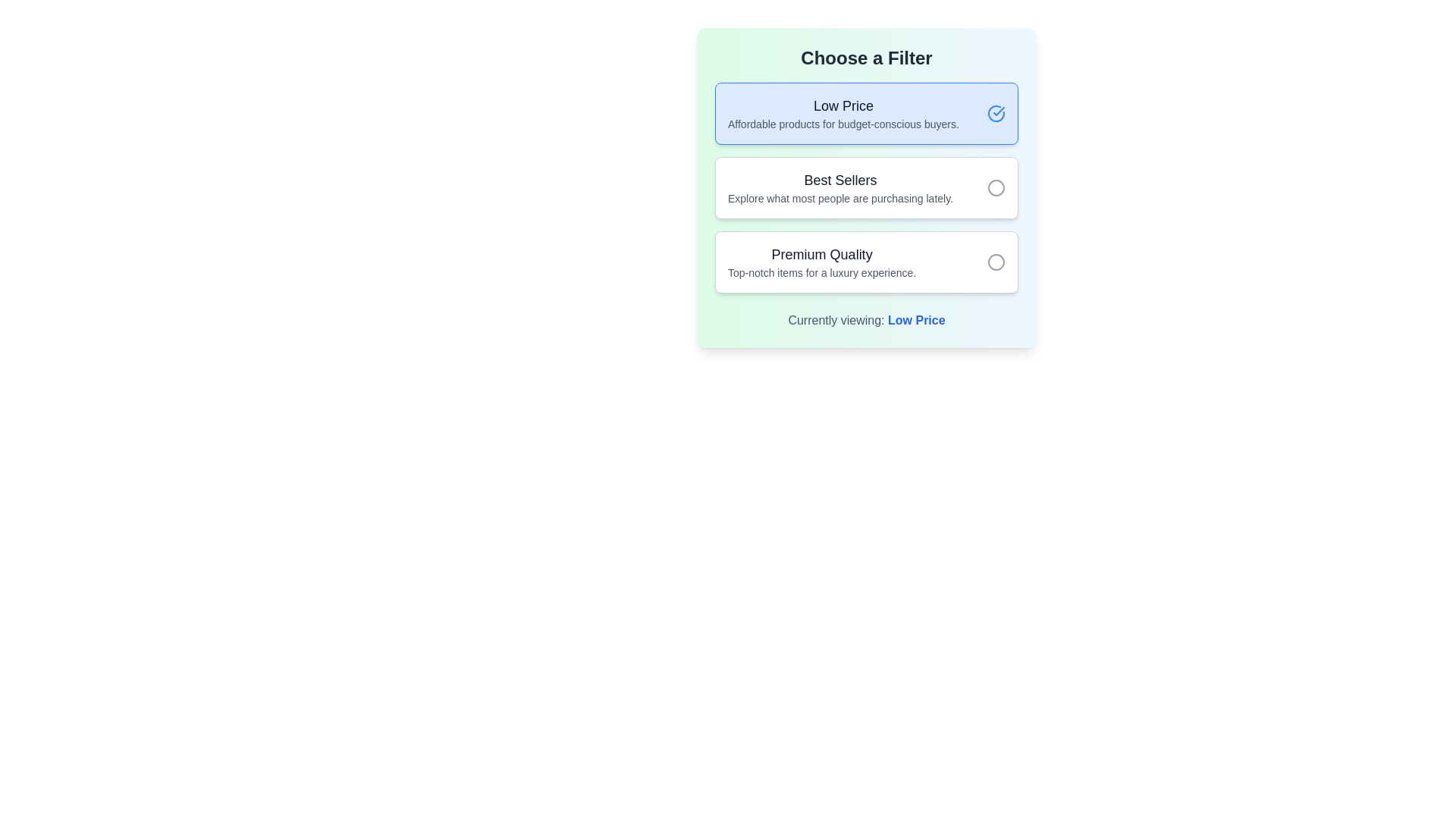 This screenshot has height=819, width=1456. Describe the element at coordinates (996, 262) in the screenshot. I see `the Circle icon (SVG) associated with the 'Premium Quality' filter option, which is positioned to the right of the 'Premium Quality' text in the third filter option card` at that location.